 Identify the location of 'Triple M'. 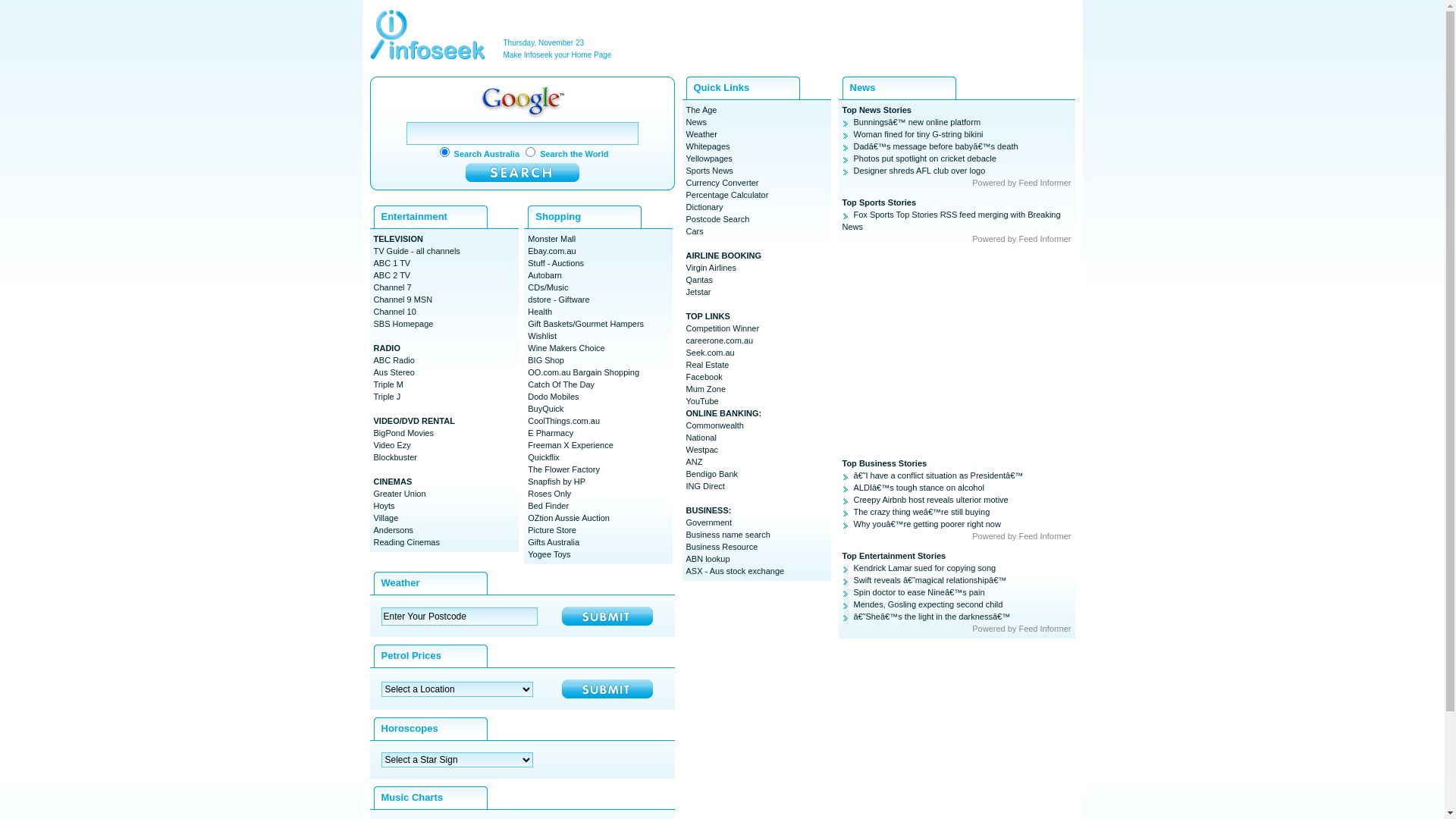
(388, 383).